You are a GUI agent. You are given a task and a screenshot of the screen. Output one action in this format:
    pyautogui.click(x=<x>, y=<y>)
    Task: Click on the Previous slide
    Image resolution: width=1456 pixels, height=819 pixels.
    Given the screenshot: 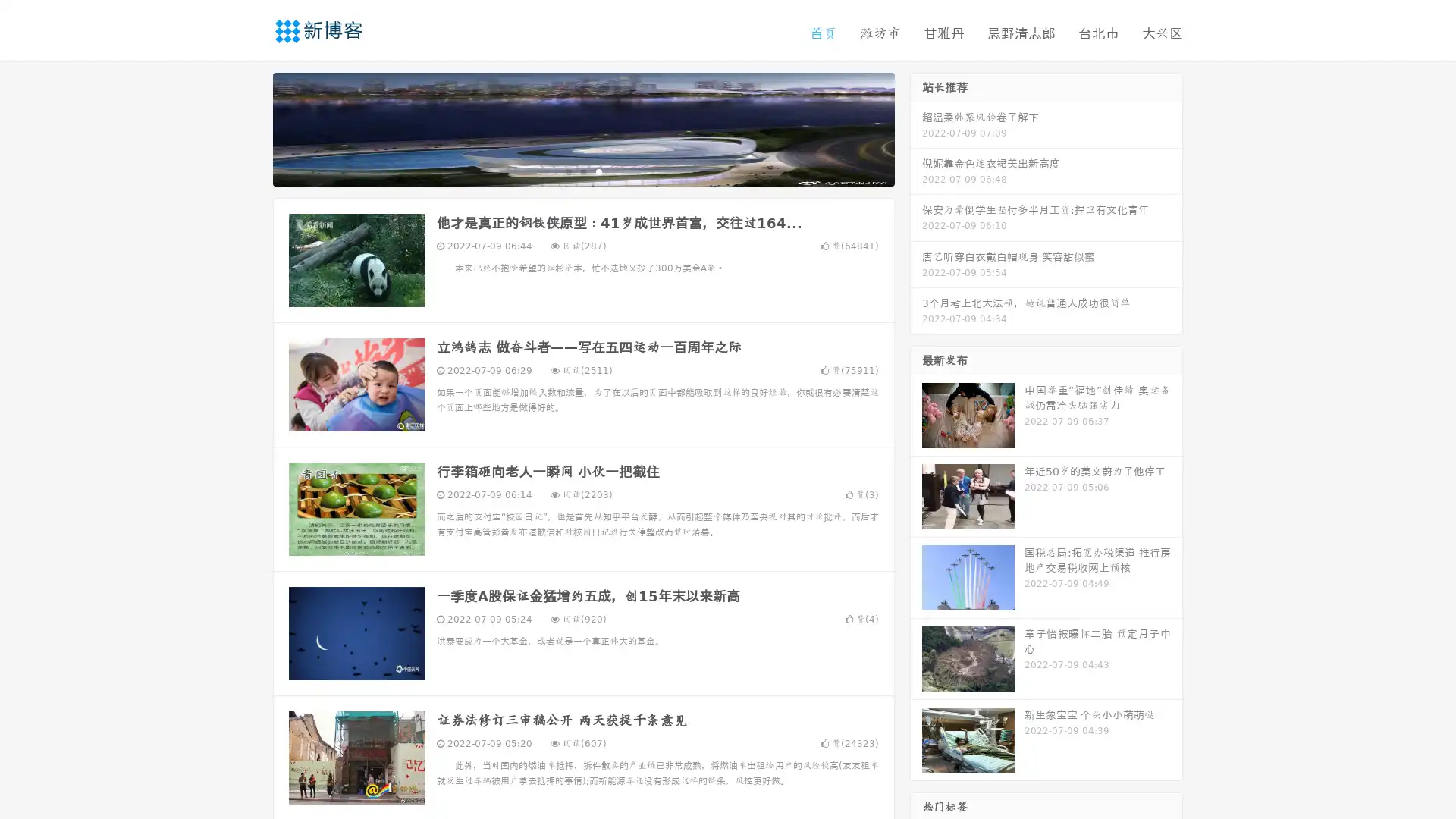 What is the action you would take?
    pyautogui.click(x=250, y=127)
    